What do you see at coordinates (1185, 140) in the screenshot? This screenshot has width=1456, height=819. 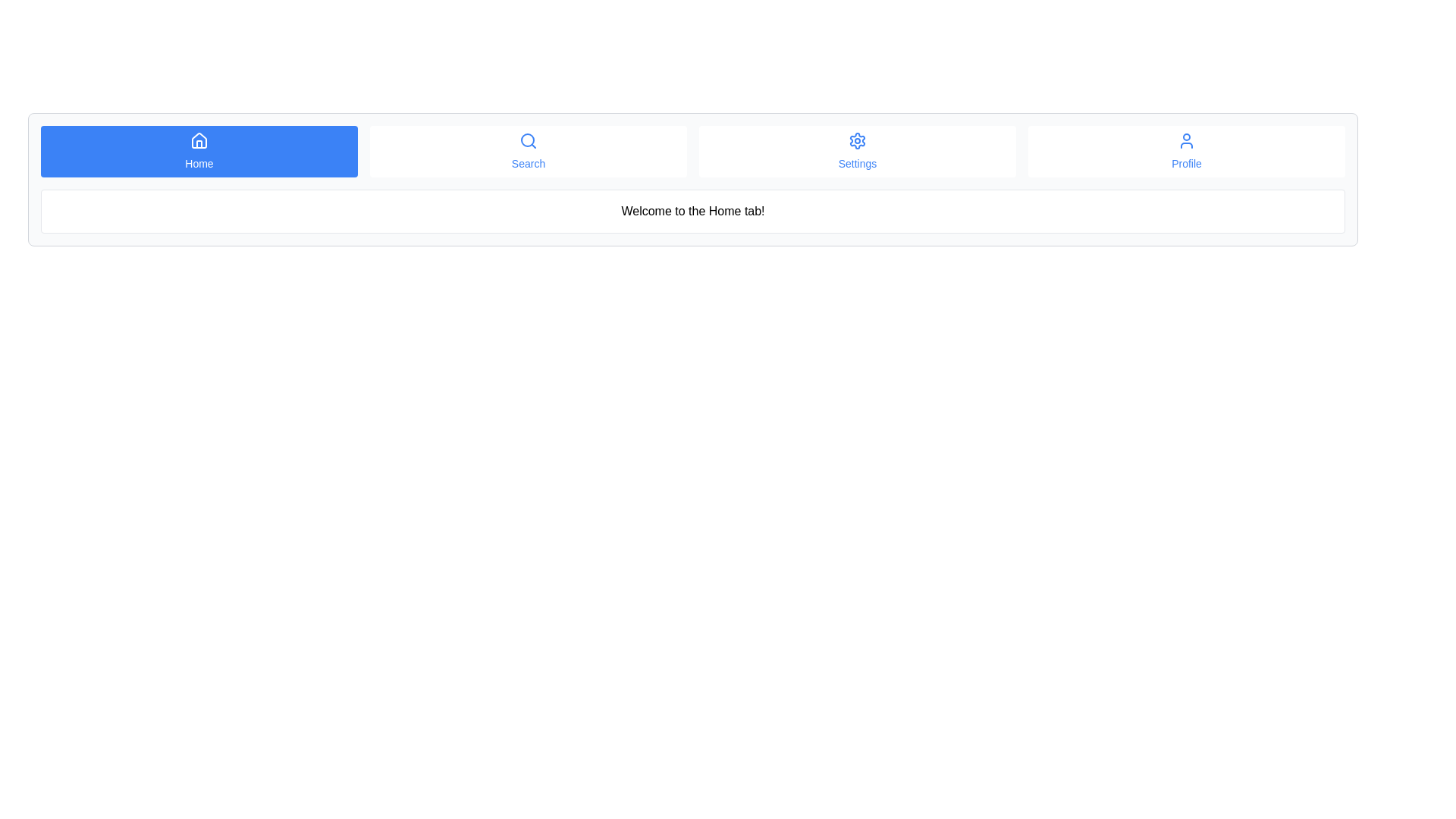 I see `the user silhouette icon with a blue stroke color located in the top right portion of the navigation bar, which is above the text label reading 'Profile'` at bounding box center [1185, 140].